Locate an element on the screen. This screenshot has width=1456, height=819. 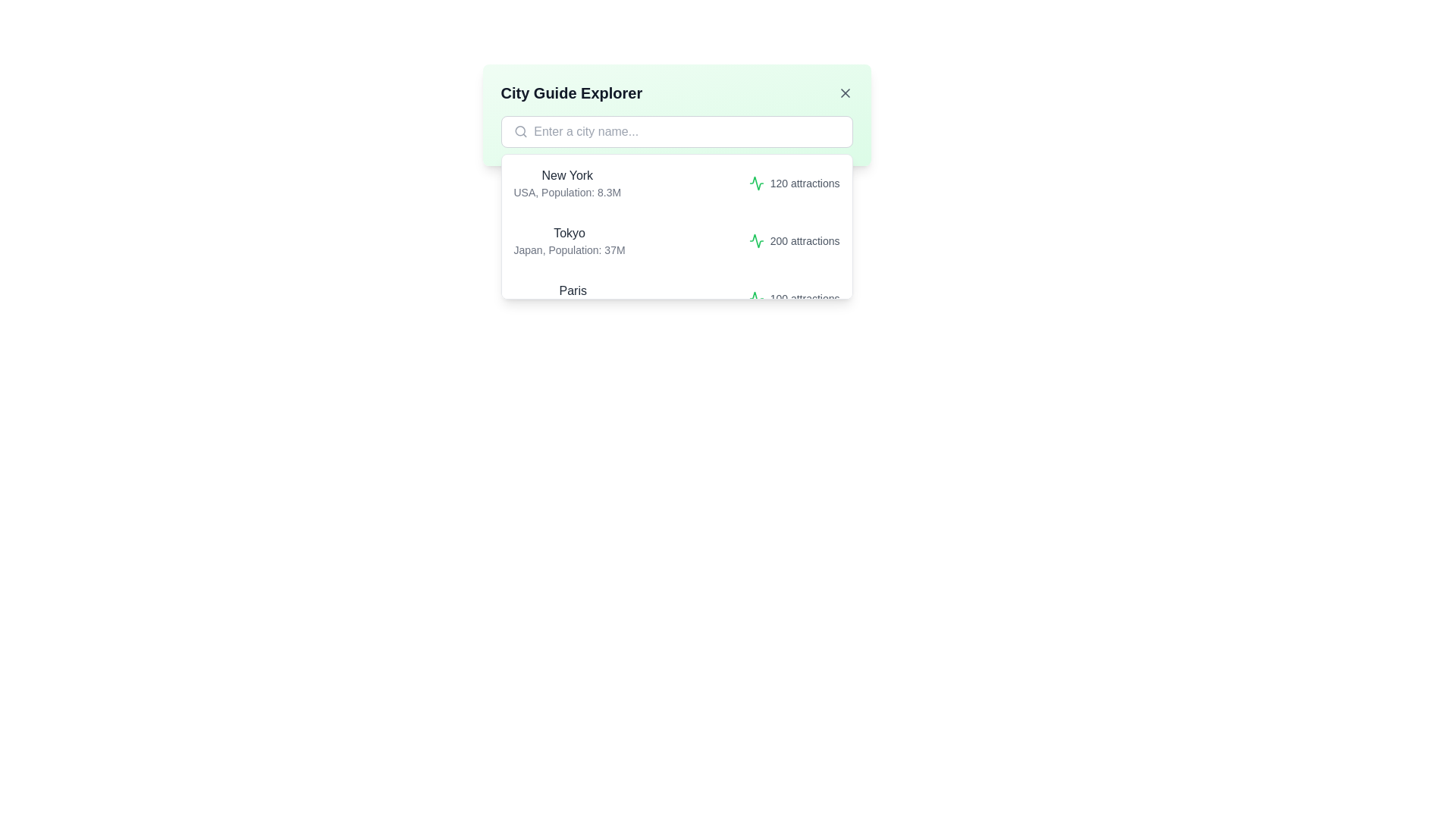
the green wave icon located next to the attractions text in the Tokyo row of the City Guide Explorer list is located at coordinates (756, 240).